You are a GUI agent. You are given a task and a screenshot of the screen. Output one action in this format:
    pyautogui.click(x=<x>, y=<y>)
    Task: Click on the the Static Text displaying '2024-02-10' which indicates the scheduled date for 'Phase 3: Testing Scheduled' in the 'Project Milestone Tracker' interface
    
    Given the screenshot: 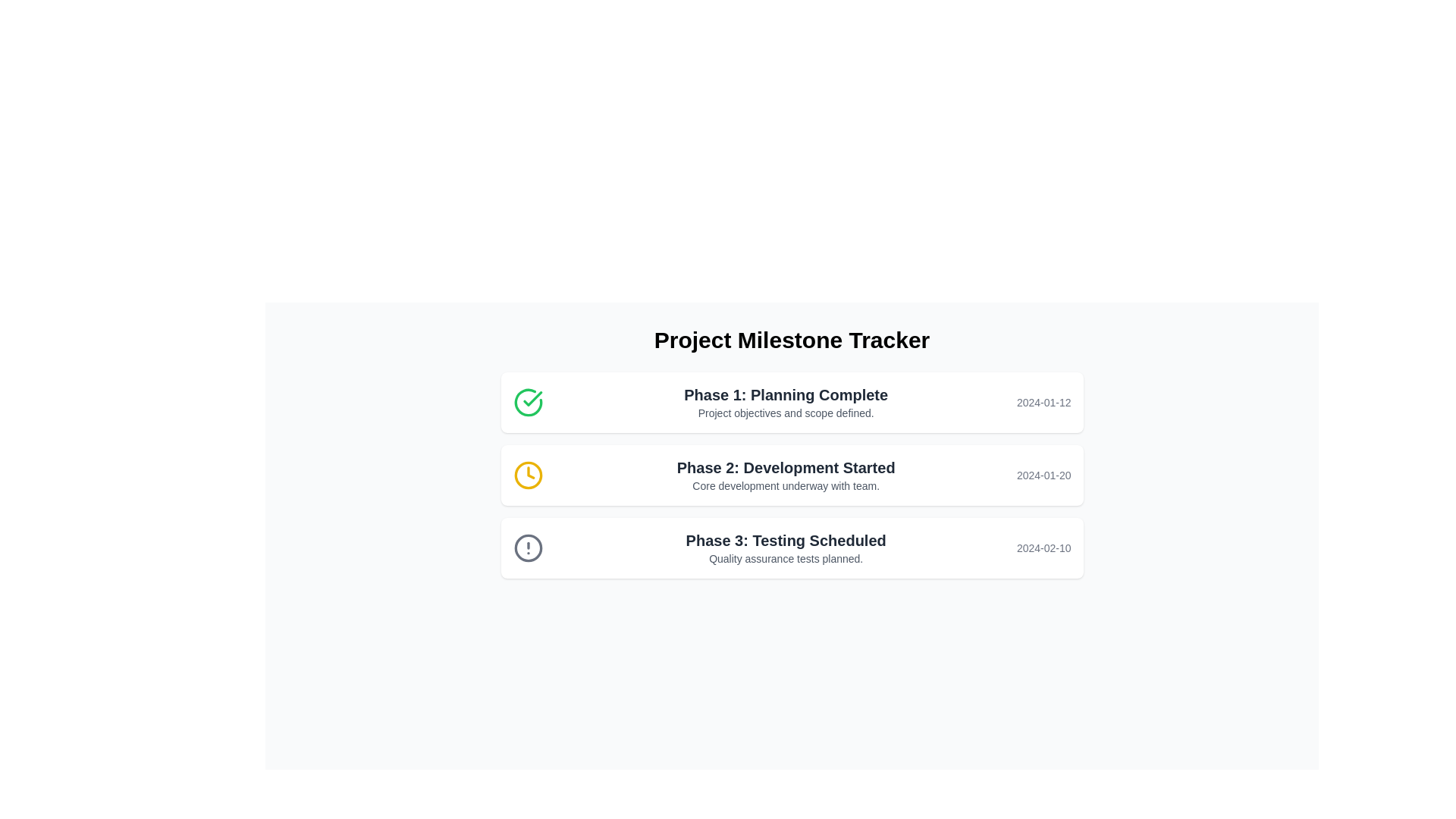 What is the action you would take?
    pyautogui.click(x=1043, y=548)
    